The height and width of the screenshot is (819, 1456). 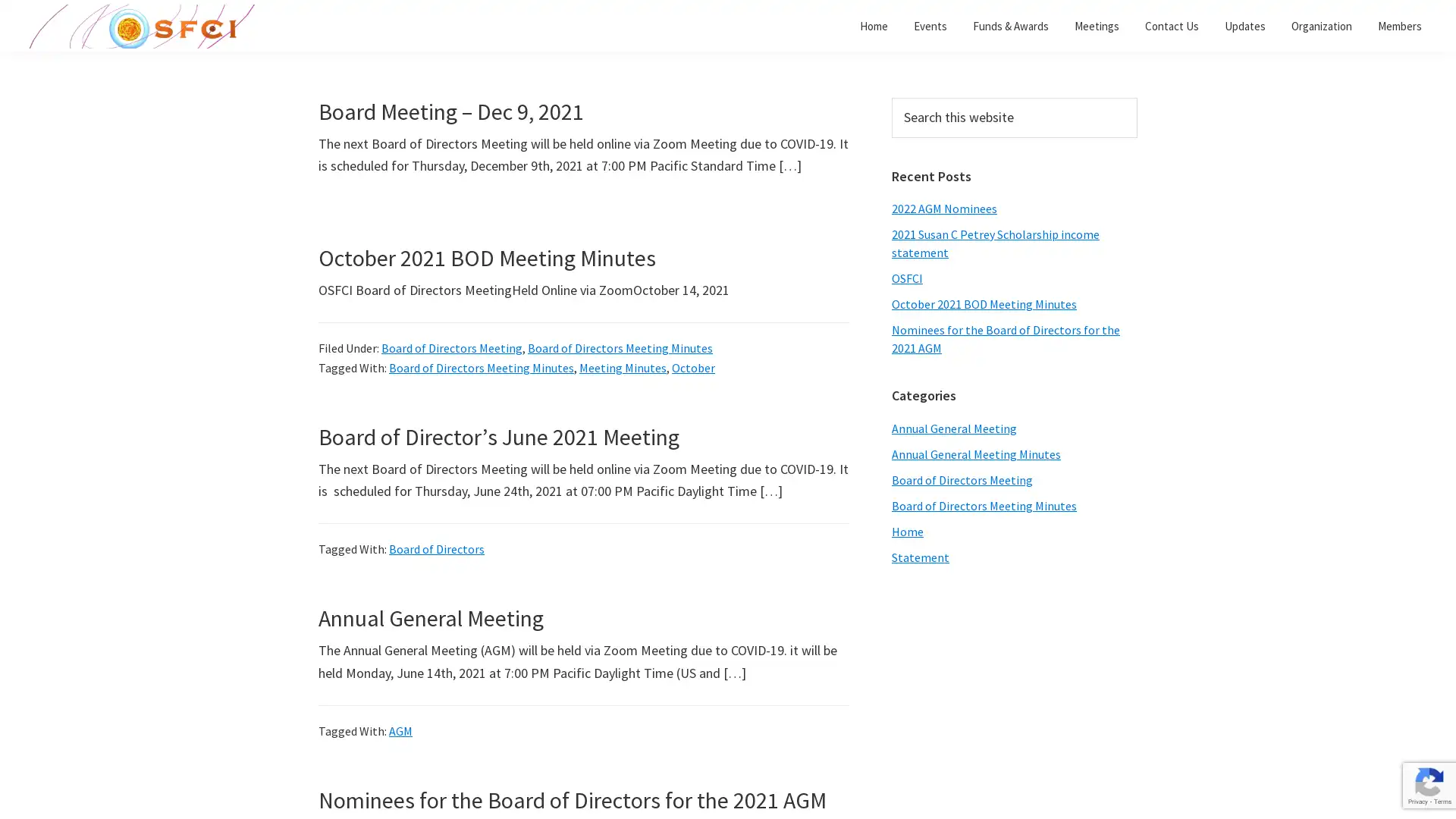 What do you see at coordinates (1137, 97) in the screenshot?
I see `Search` at bounding box center [1137, 97].